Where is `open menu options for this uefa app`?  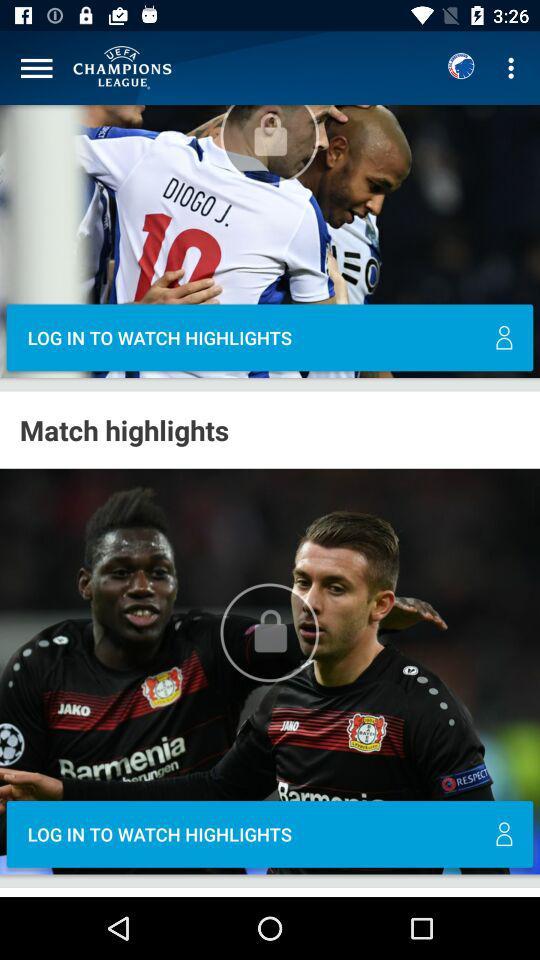 open menu options for this uefa app is located at coordinates (36, 68).